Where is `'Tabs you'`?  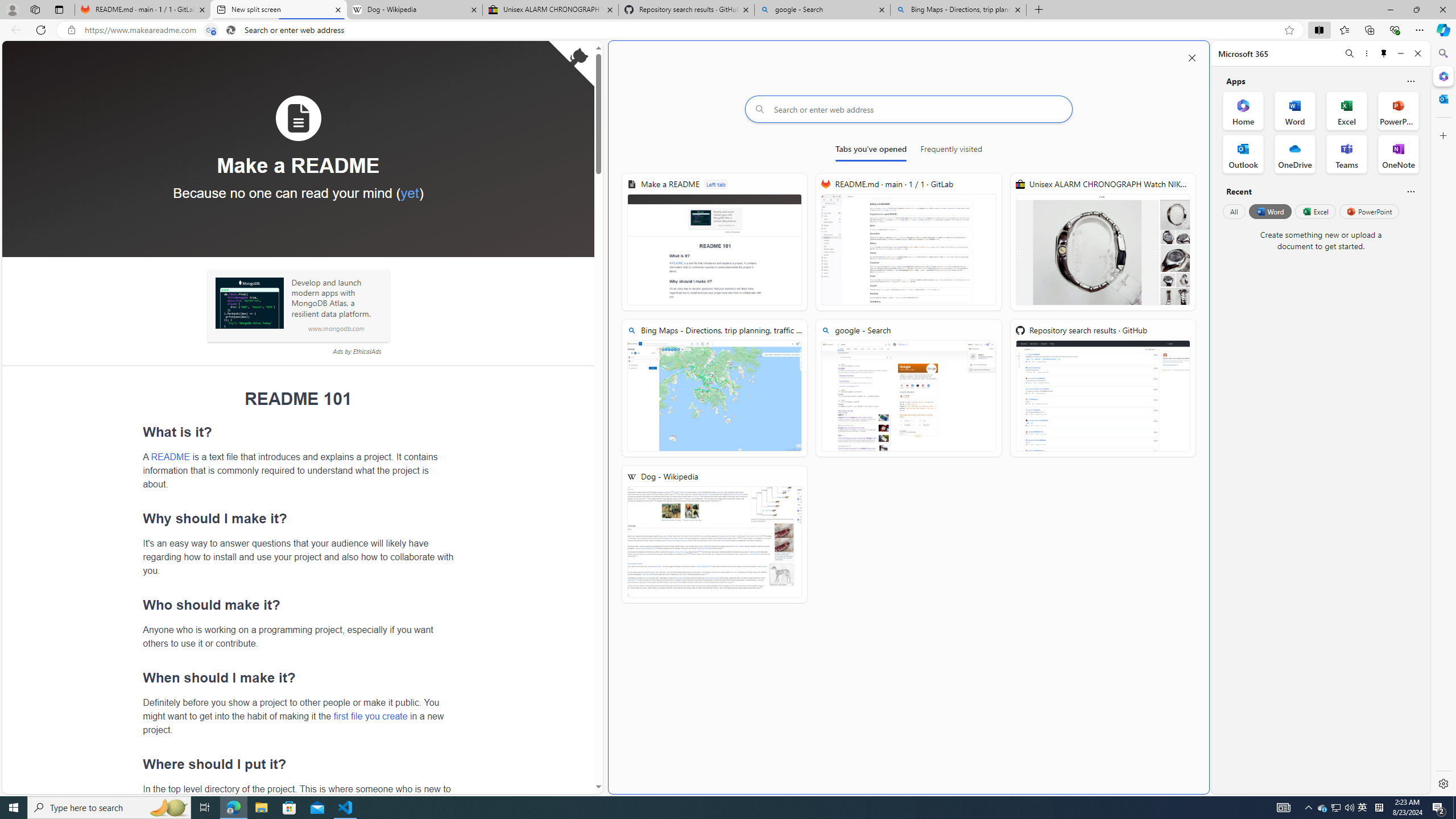 'Tabs you' is located at coordinates (870, 151).